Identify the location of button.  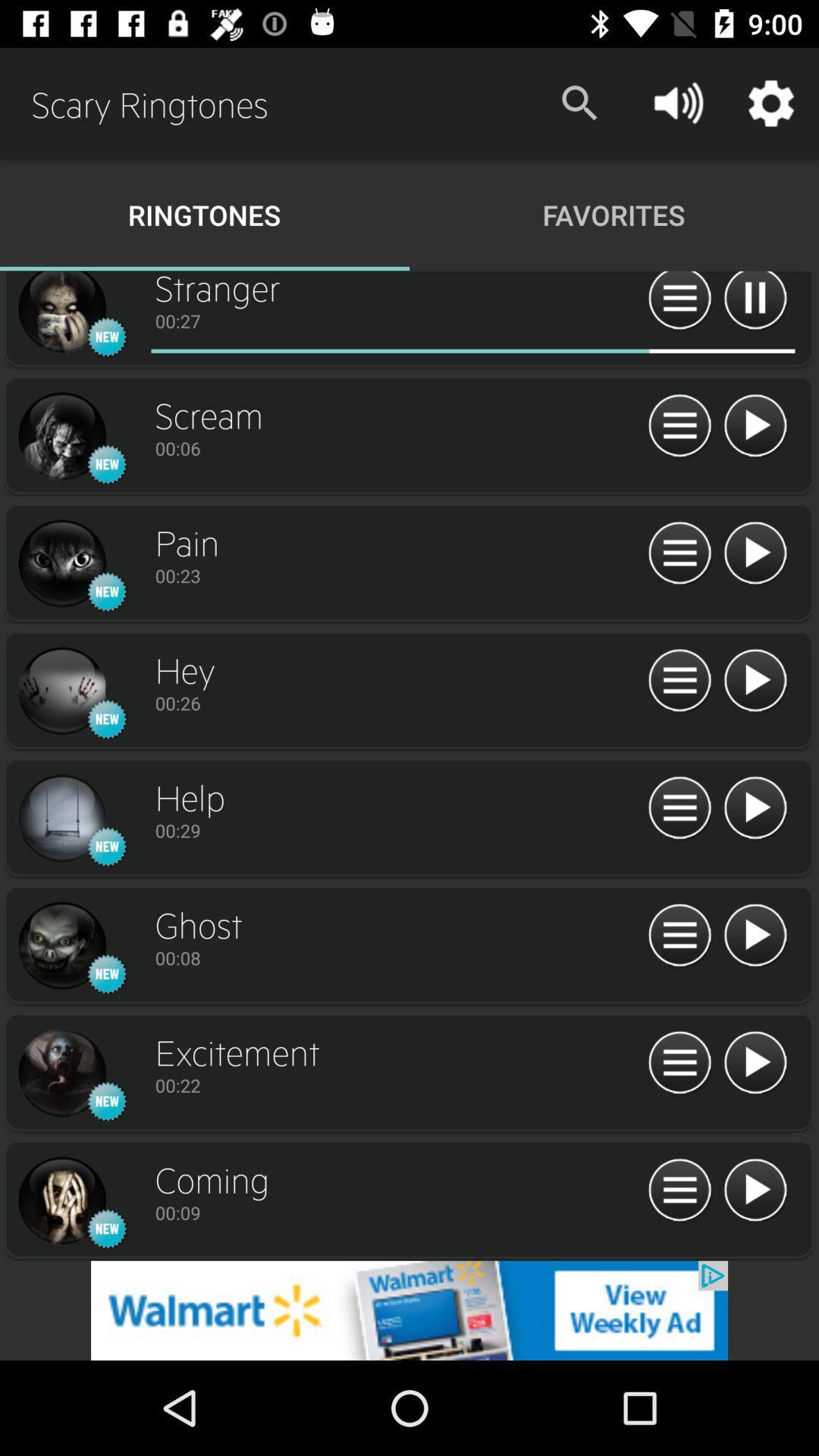
(755, 553).